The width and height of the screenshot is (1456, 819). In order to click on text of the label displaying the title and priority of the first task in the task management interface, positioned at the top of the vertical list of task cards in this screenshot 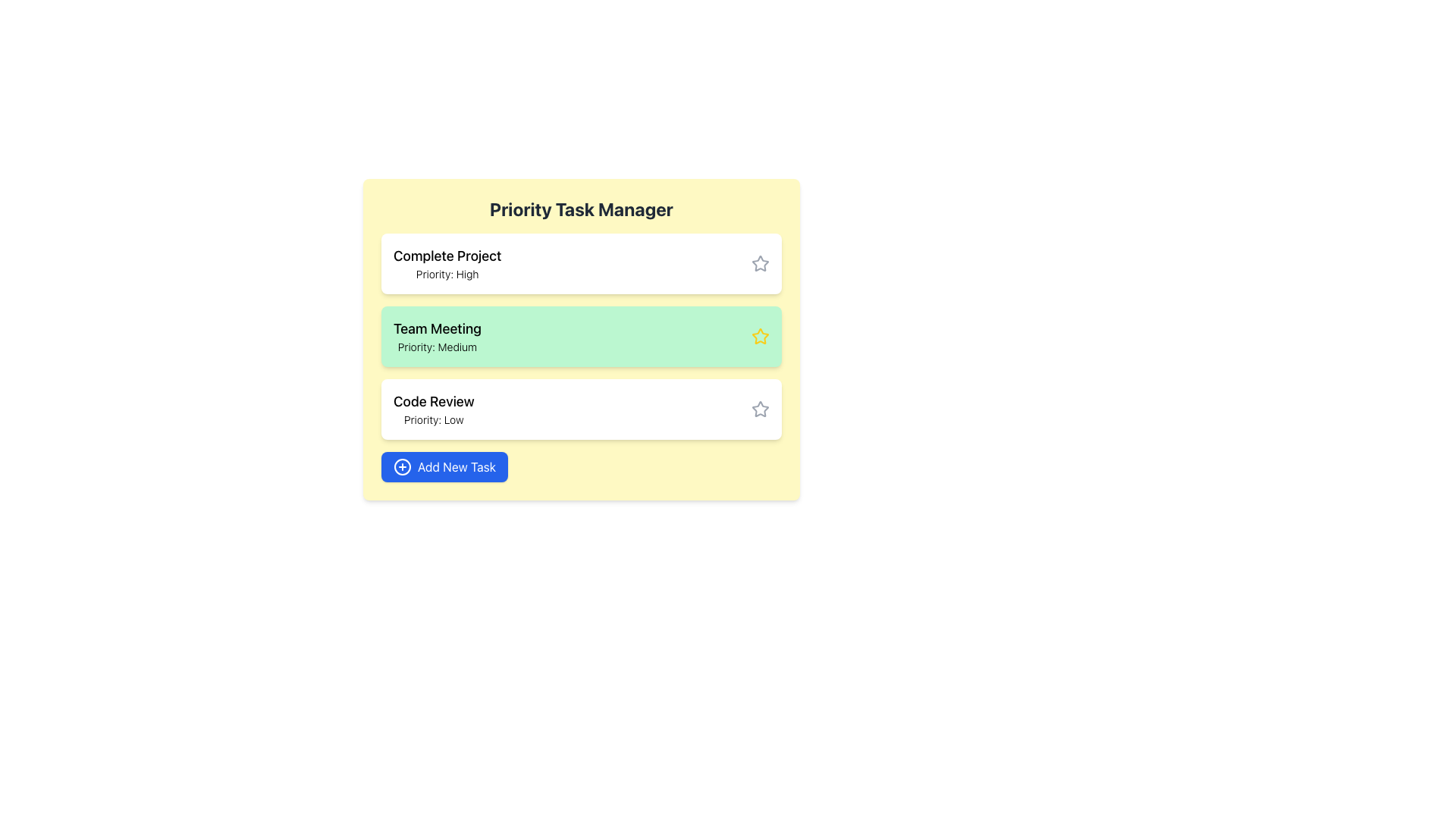, I will do `click(447, 262)`.